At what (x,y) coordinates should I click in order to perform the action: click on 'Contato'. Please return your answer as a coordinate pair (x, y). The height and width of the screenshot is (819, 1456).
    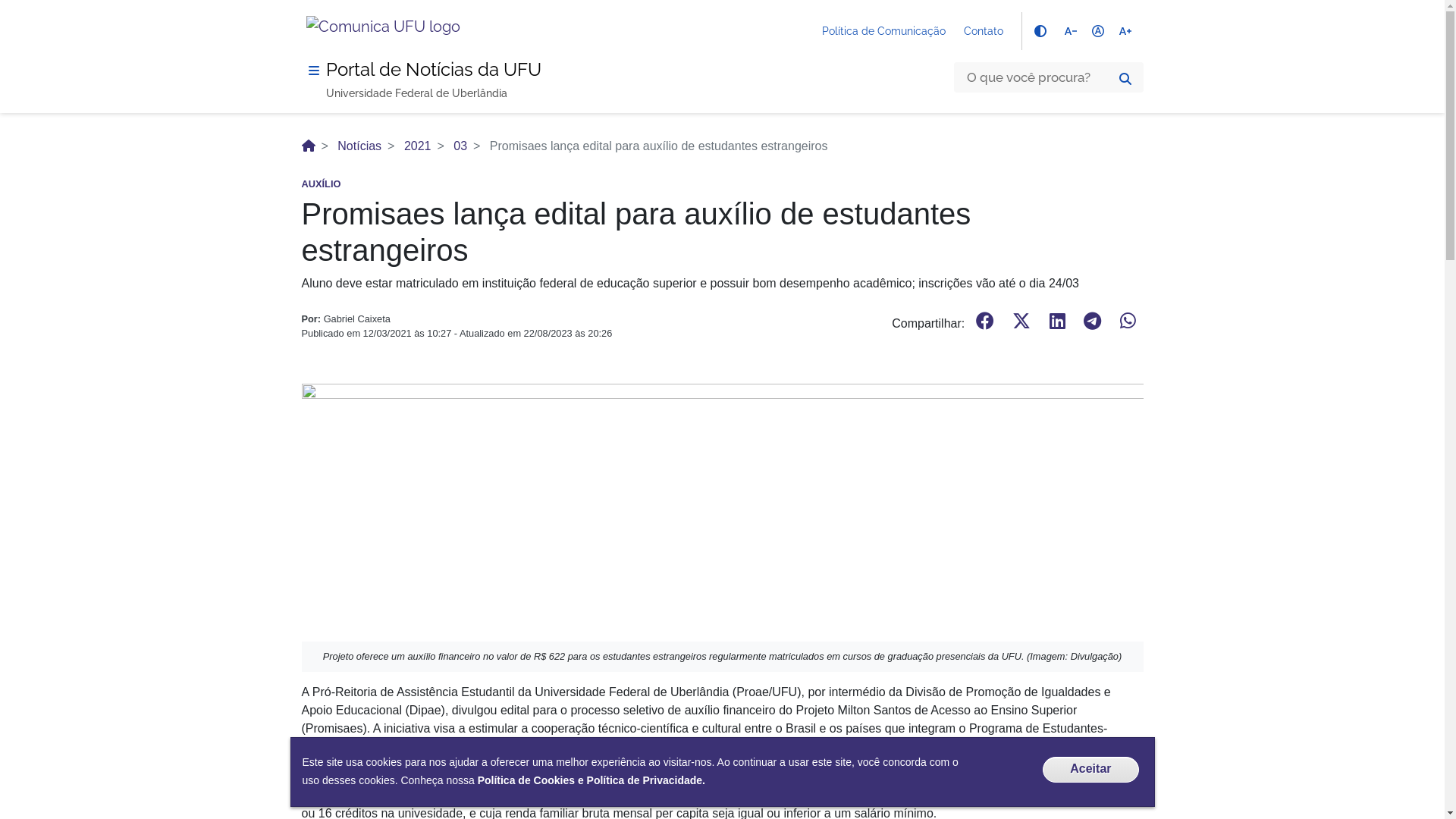
    Looking at the image, I should click on (956, 31).